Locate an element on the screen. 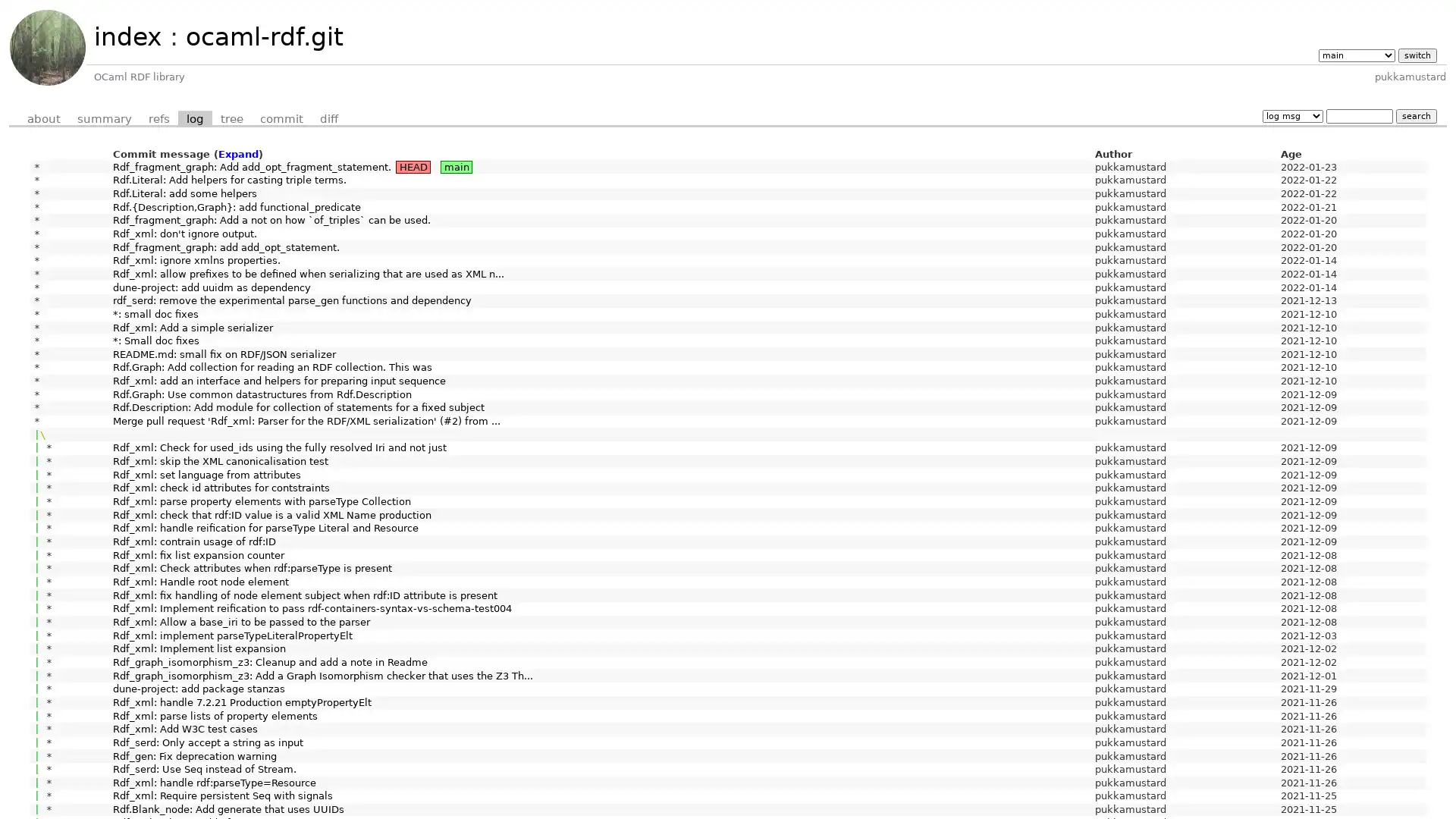  switch is located at coordinates (1416, 55).